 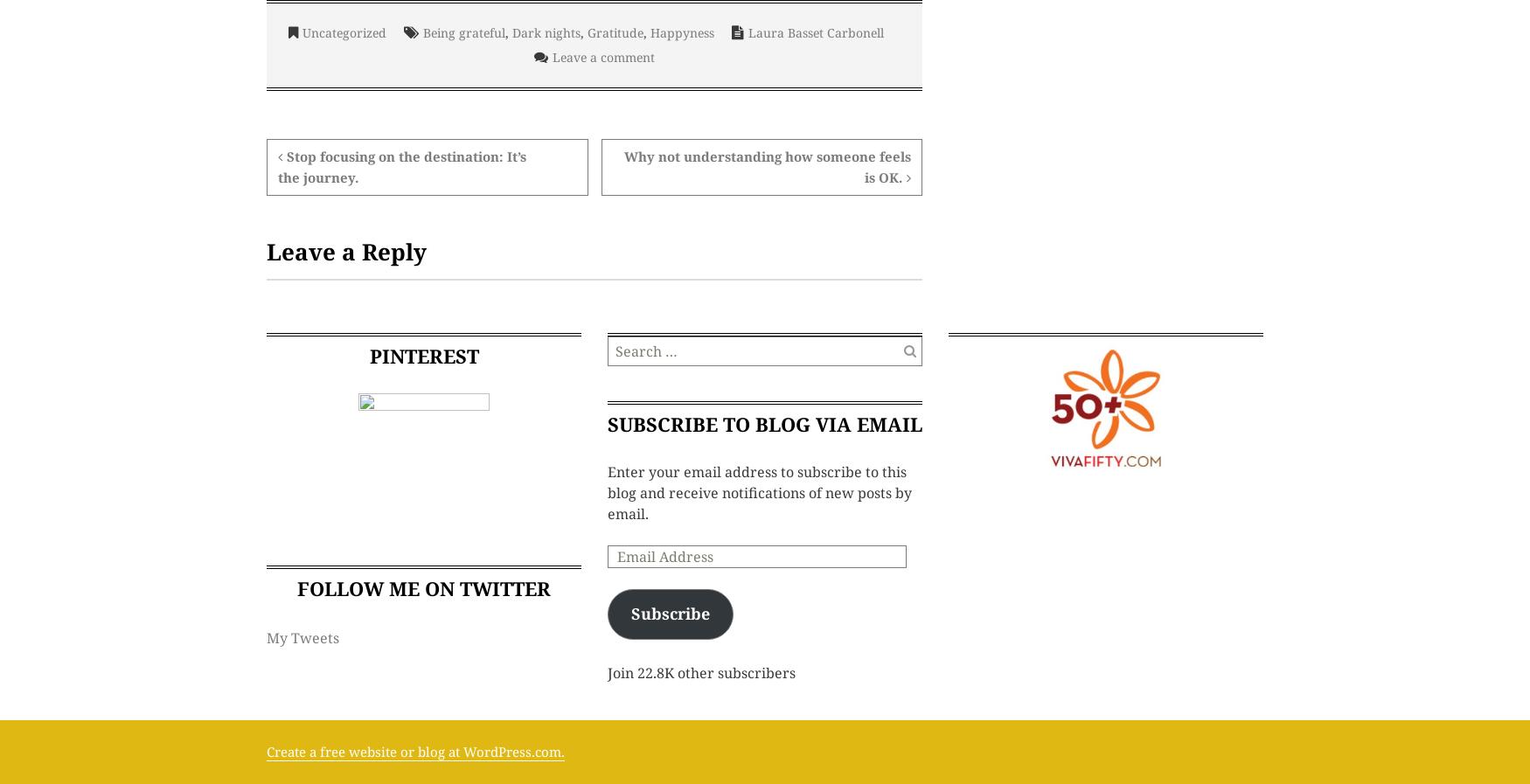 I want to click on 'Laura Basset Carbonell', so click(x=814, y=31).